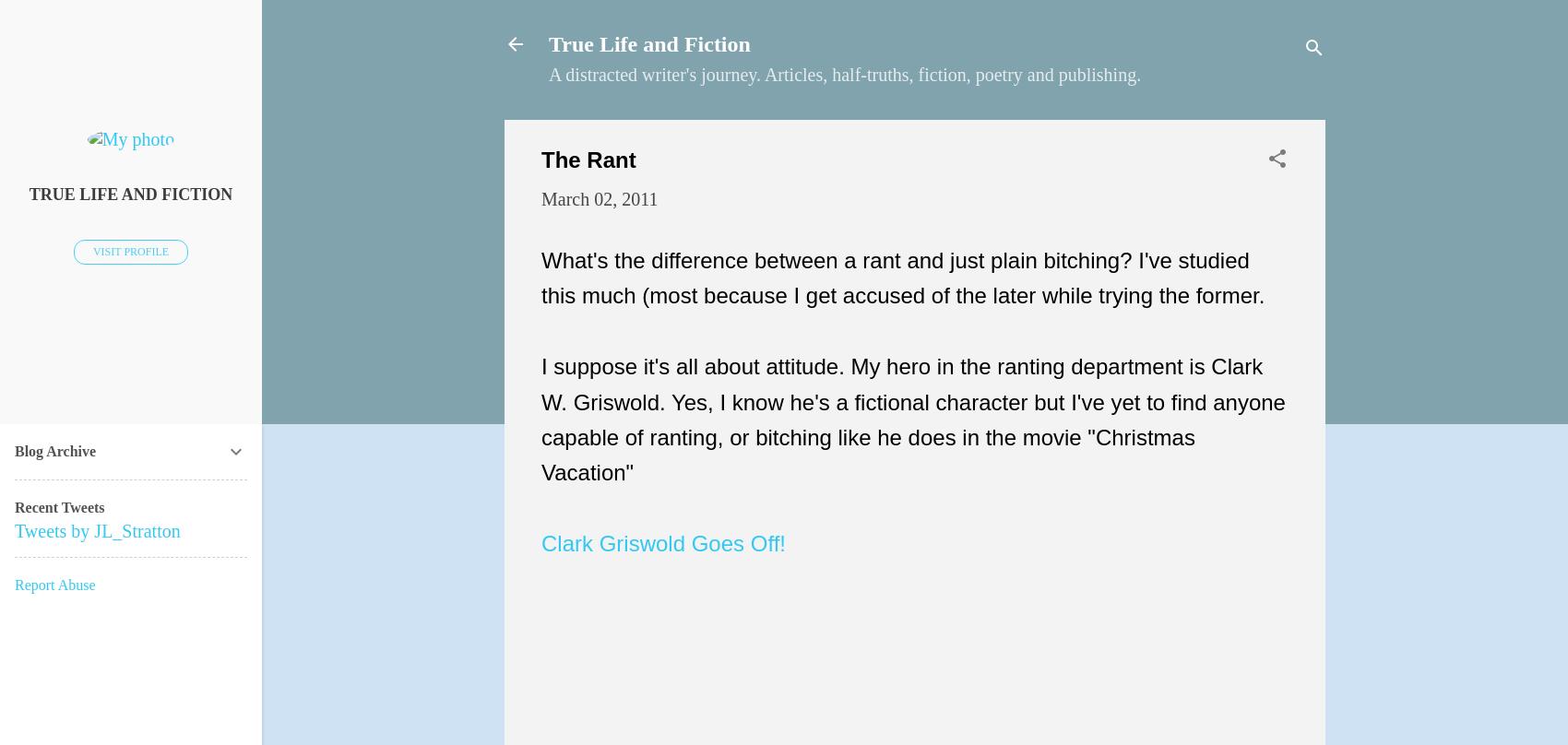  Describe the element at coordinates (97, 530) in the screenshot. I see `'Tweets by JL_Stratton'` at that location.